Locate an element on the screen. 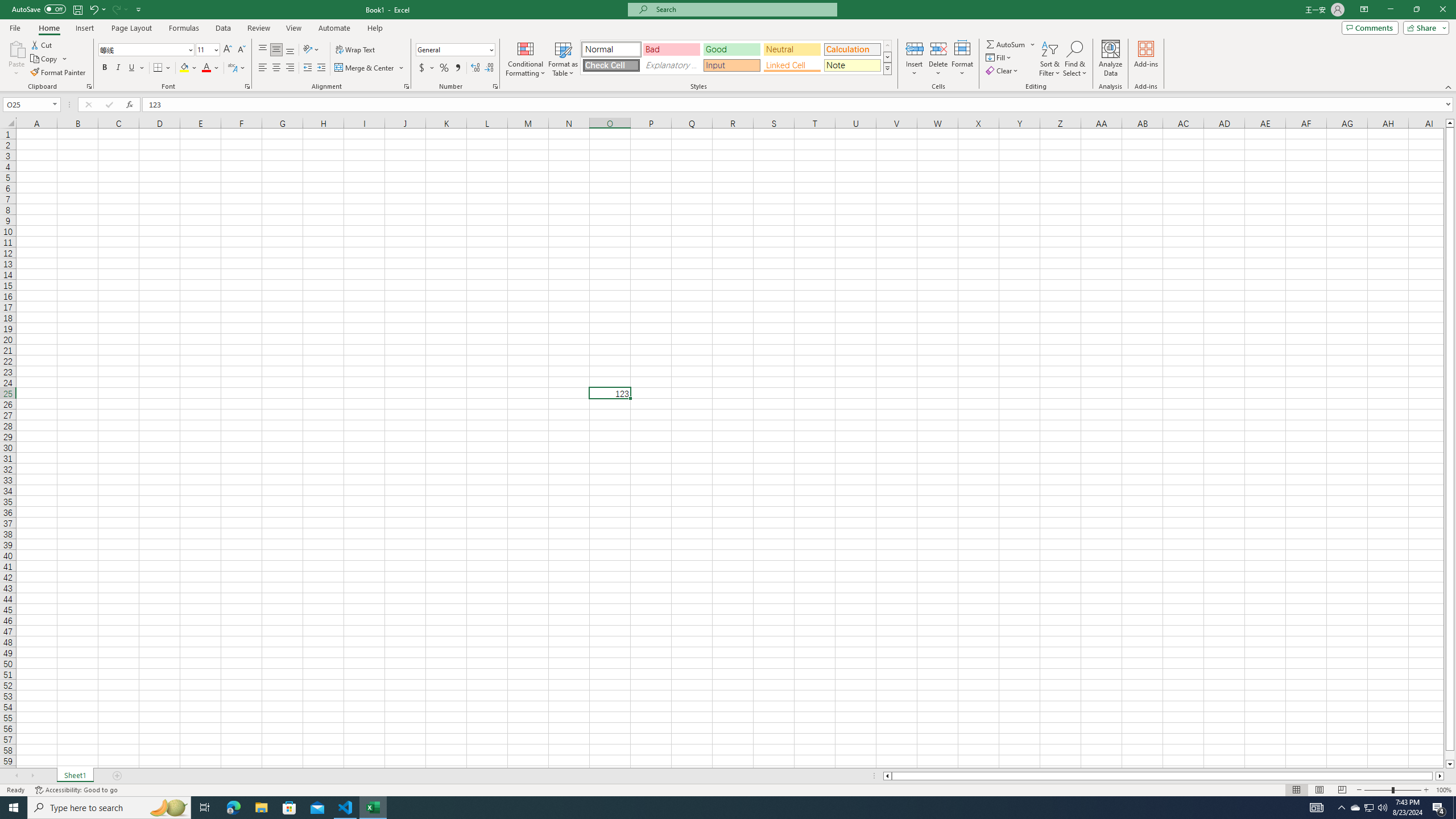 The width and height of the screenshot is (1456, 819). 'Insert' is located at coordinates (913, 59).